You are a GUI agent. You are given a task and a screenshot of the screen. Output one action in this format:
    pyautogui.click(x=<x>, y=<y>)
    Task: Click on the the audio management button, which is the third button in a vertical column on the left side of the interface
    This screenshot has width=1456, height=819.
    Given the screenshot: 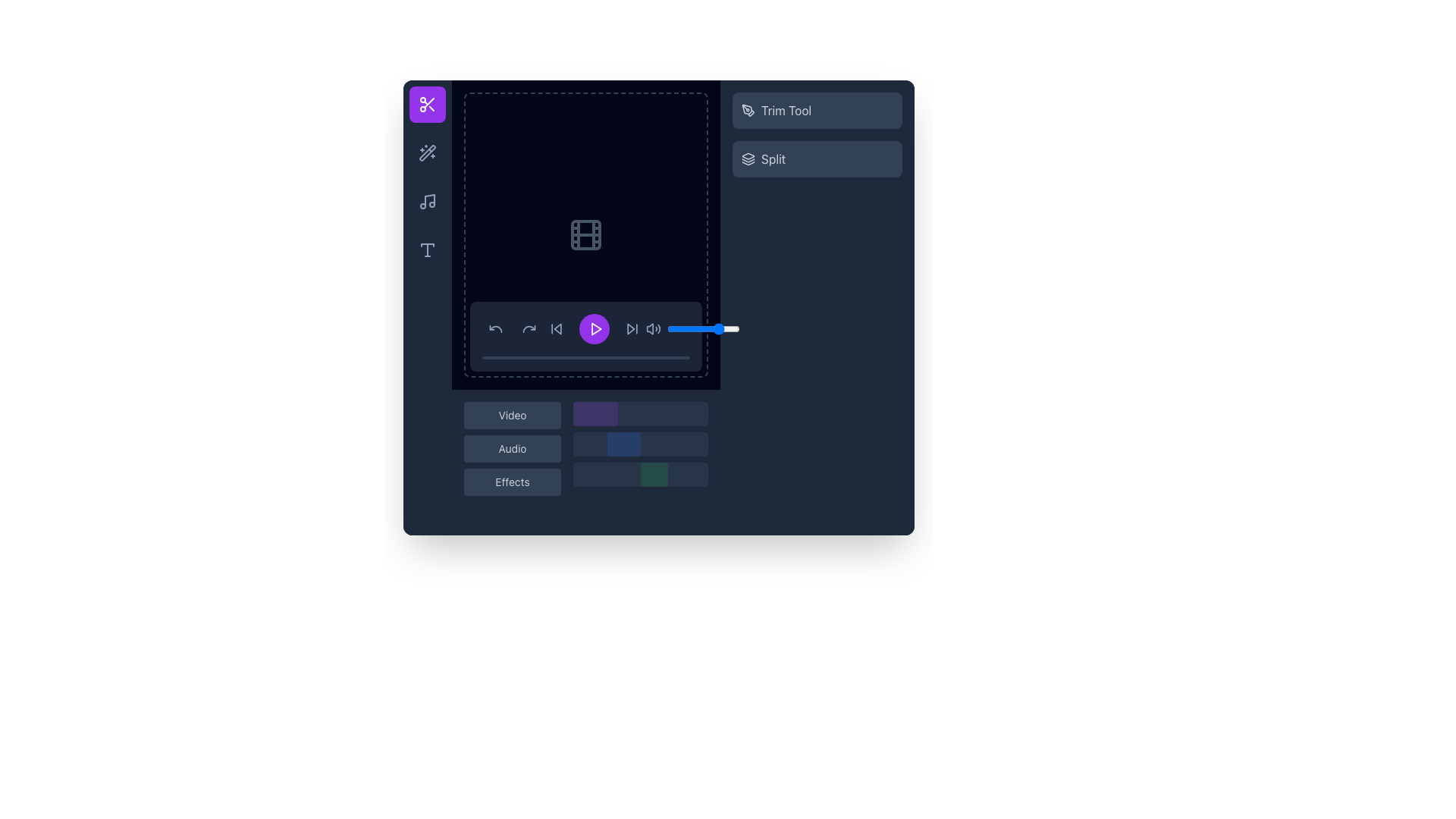 What is the action you would take?
    pyautogui.click(x=427, y=201)
    